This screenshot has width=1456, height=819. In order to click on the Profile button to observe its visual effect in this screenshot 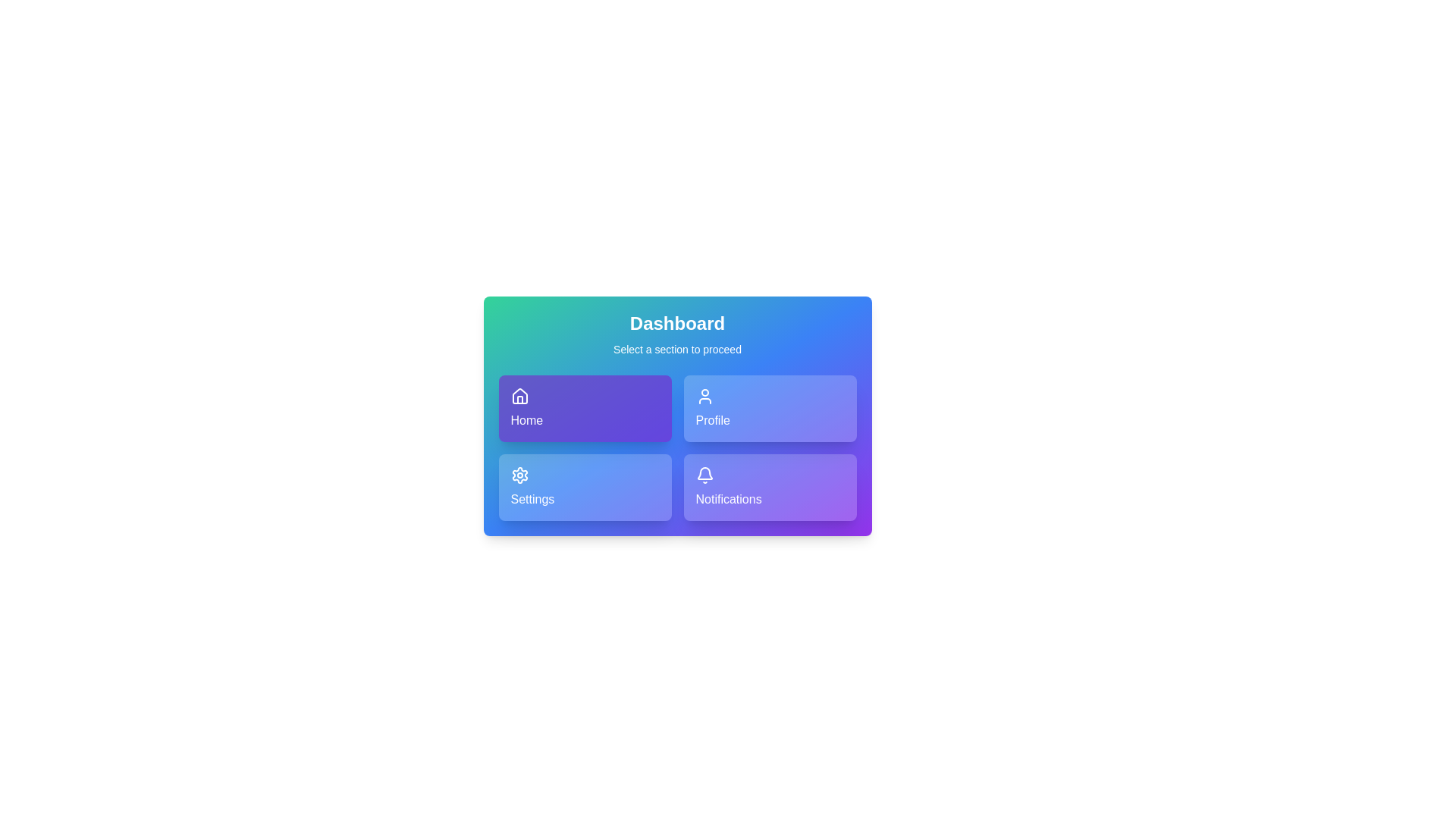, I will do `click(770, 408)`.